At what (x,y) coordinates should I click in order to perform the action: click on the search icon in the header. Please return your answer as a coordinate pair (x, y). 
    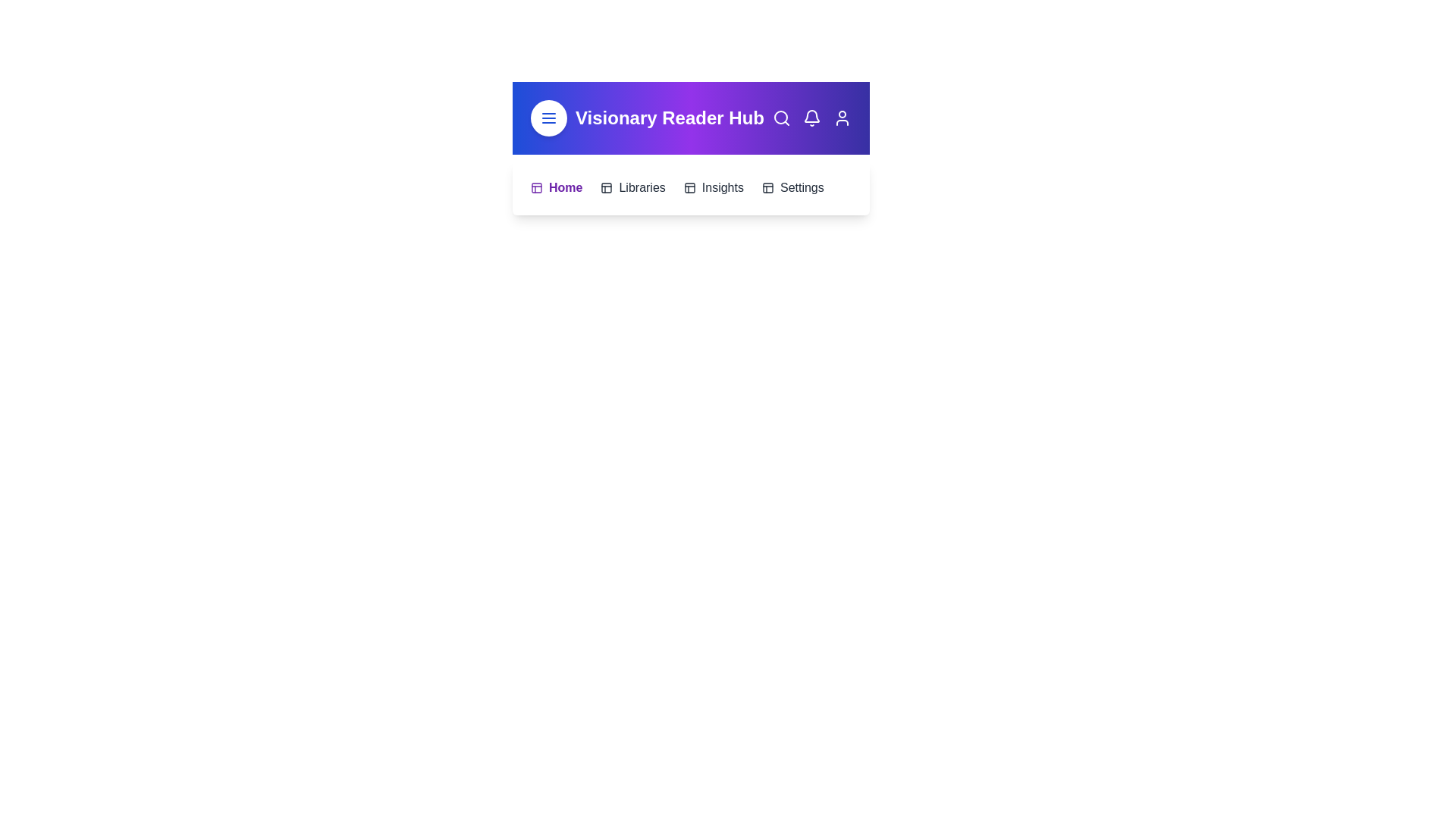
    Looking at the image, I should click on (782, 117).